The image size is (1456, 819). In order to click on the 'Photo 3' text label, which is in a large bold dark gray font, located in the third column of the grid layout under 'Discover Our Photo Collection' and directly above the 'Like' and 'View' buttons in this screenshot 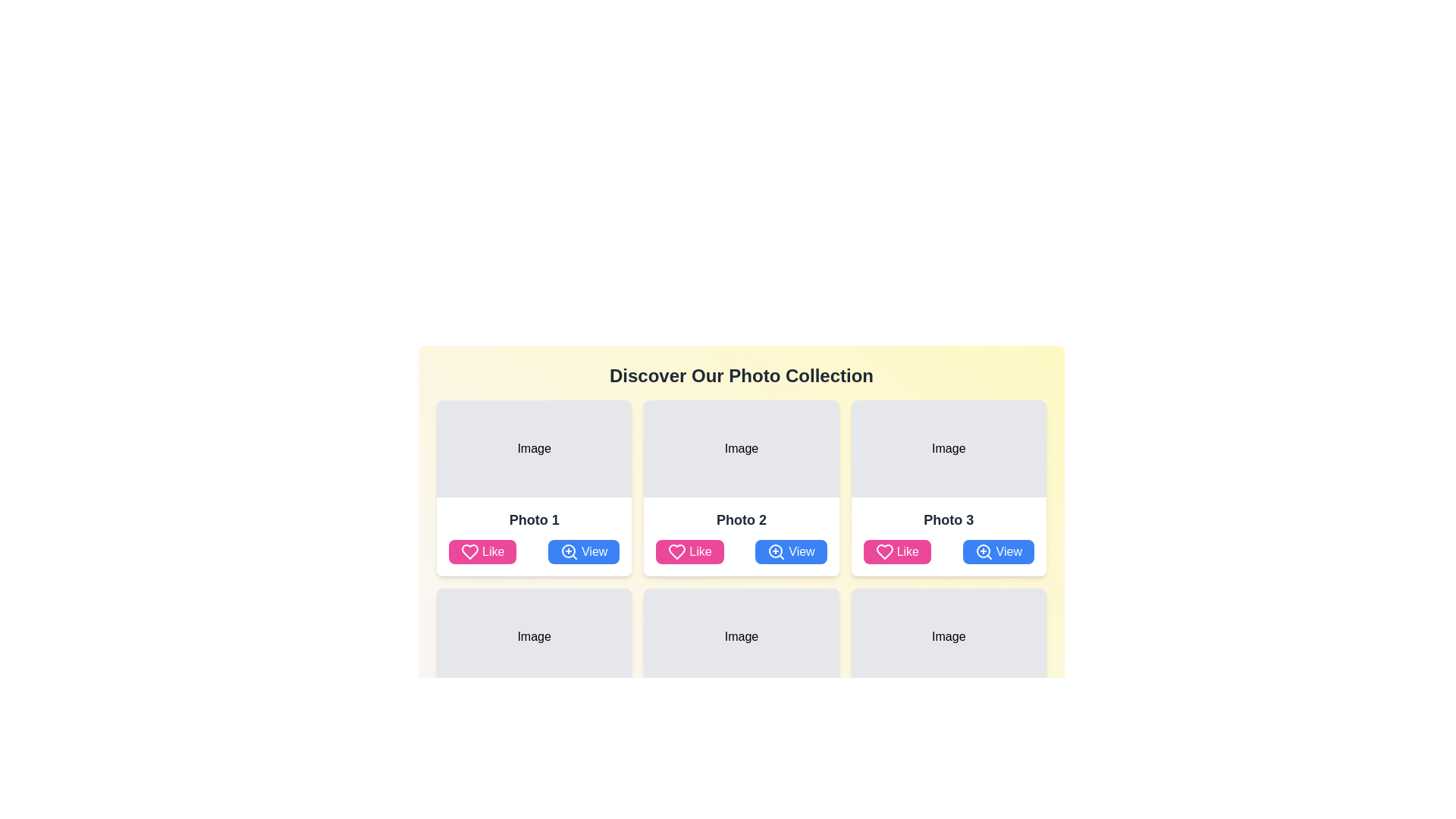, I will do `click(948, 519)`.